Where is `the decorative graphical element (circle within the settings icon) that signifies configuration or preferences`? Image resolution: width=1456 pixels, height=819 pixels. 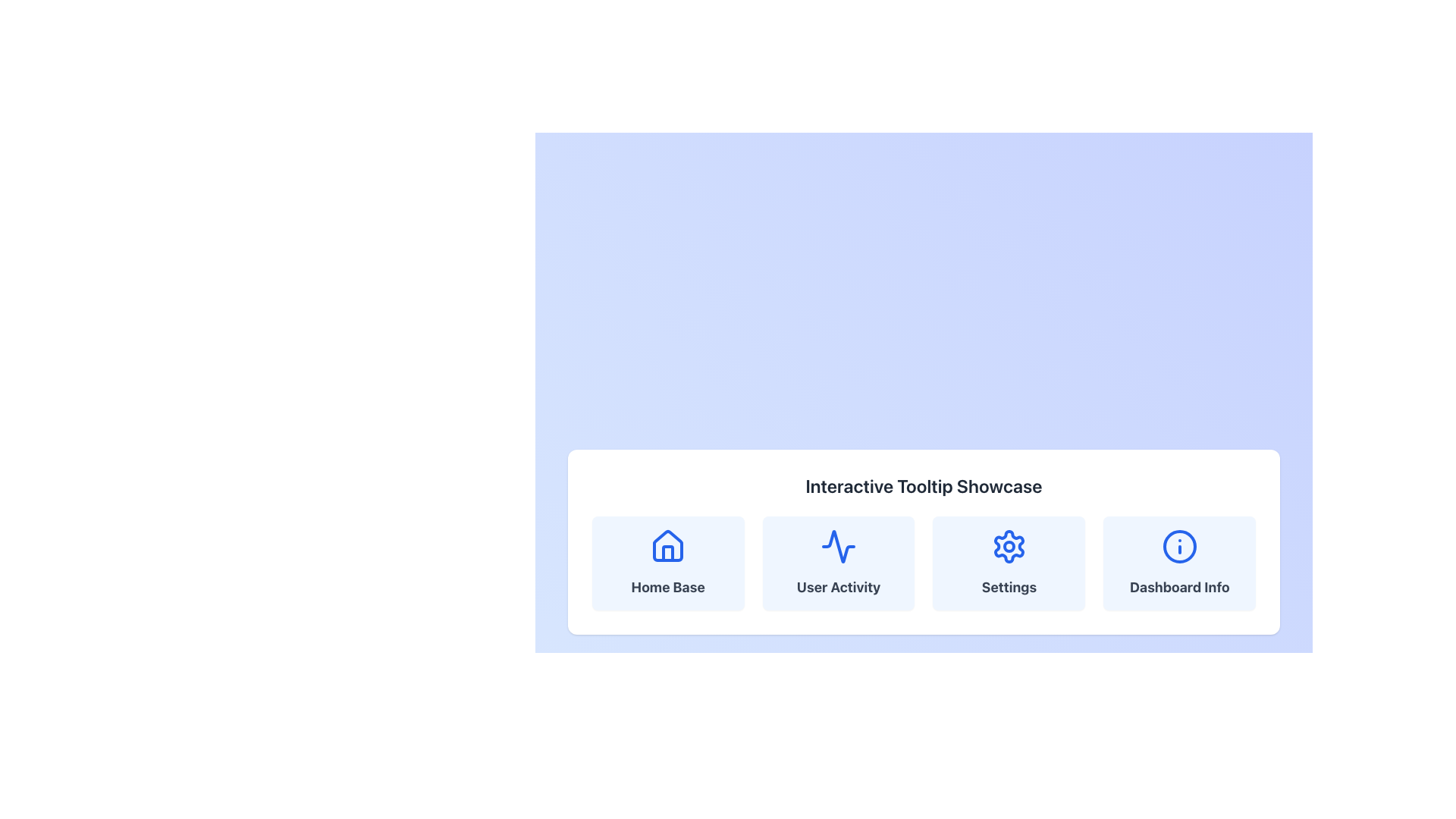 the decorative graphical element (circle within the settings icon) that signifies configuration or preferences is located at coordinates (1009, 547).